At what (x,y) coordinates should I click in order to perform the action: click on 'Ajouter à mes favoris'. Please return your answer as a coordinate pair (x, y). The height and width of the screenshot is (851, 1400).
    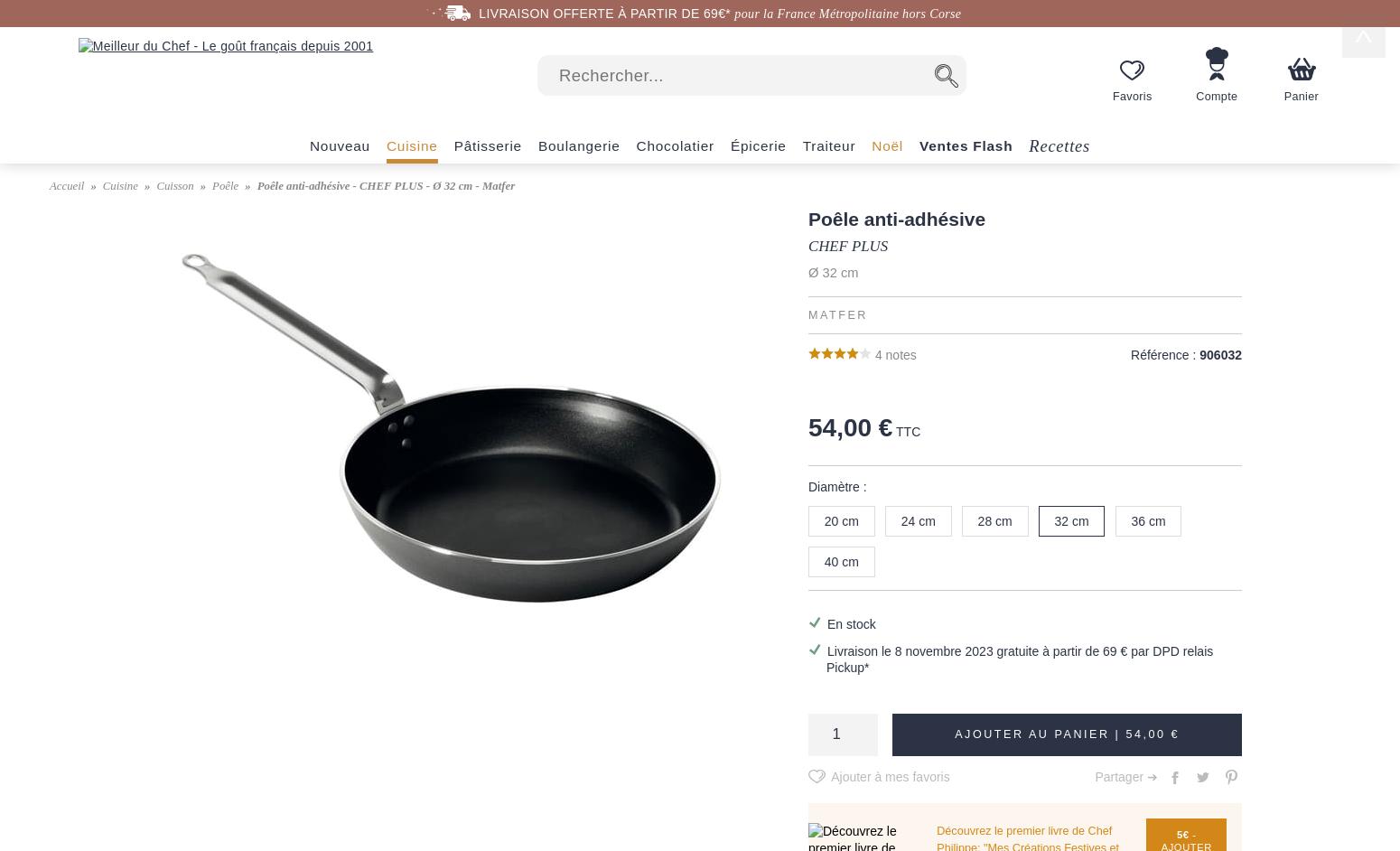
    Looking at the image, I should click on (889, 776).